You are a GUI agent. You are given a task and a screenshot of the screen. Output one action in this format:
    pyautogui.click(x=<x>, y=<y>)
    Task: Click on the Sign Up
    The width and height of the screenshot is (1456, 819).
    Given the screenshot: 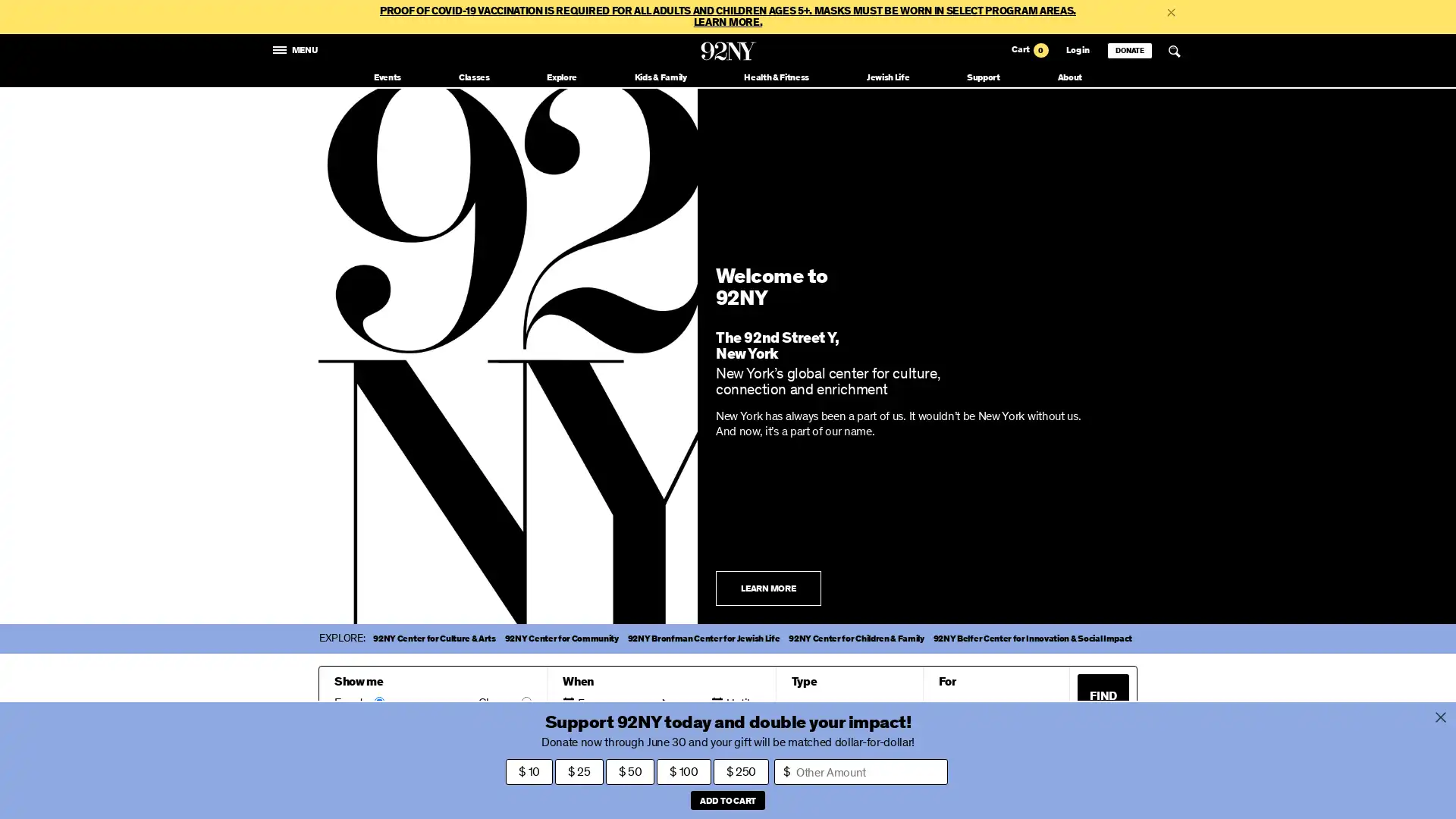 What is the action you would take?
    pyautogui.click(x=956, y=784)
    